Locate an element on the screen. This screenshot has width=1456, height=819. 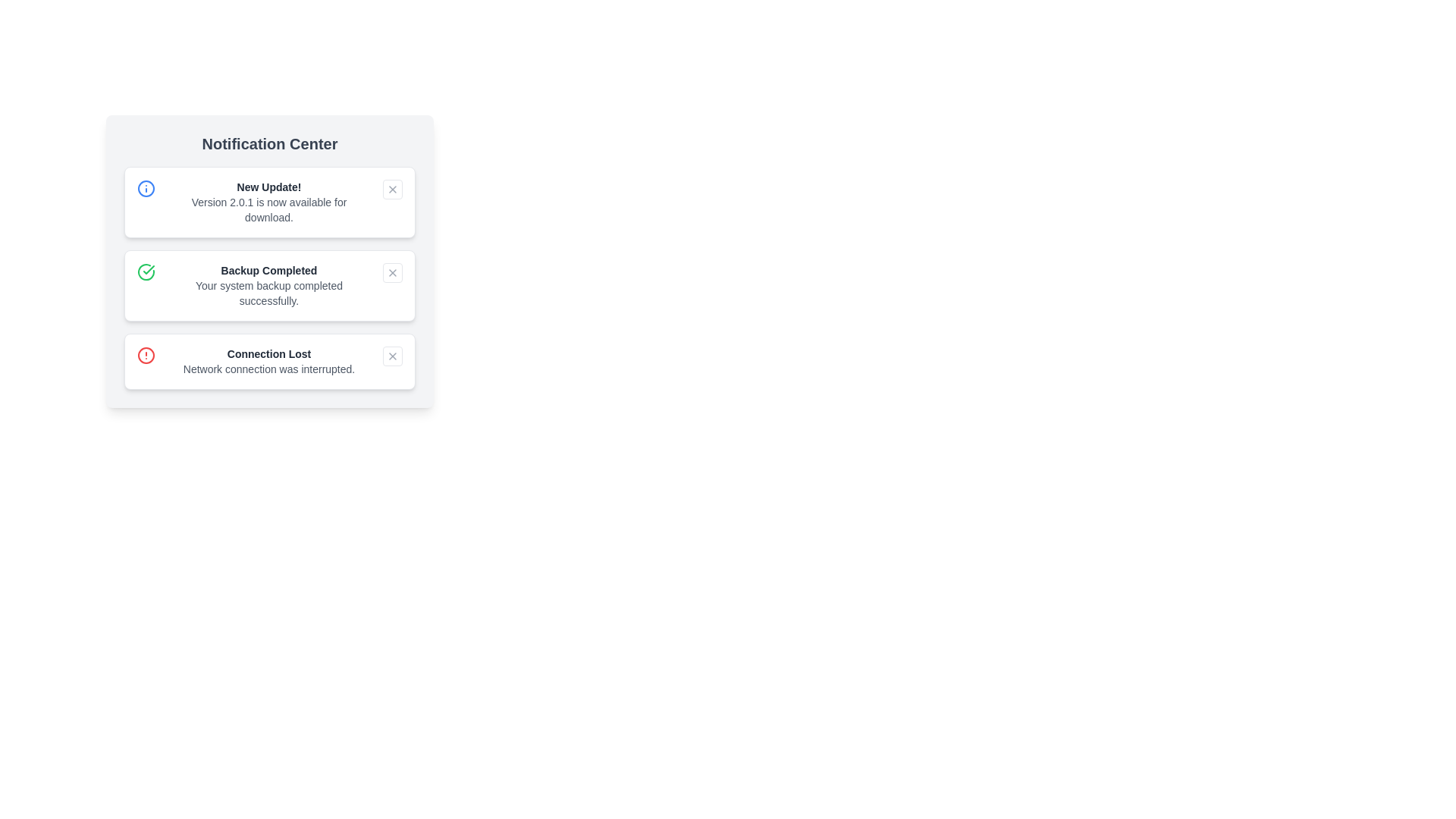
the close icon (cross icon) located at the top-right corner of the first notification card in the Notification Center is located at coordinates (393, 189).